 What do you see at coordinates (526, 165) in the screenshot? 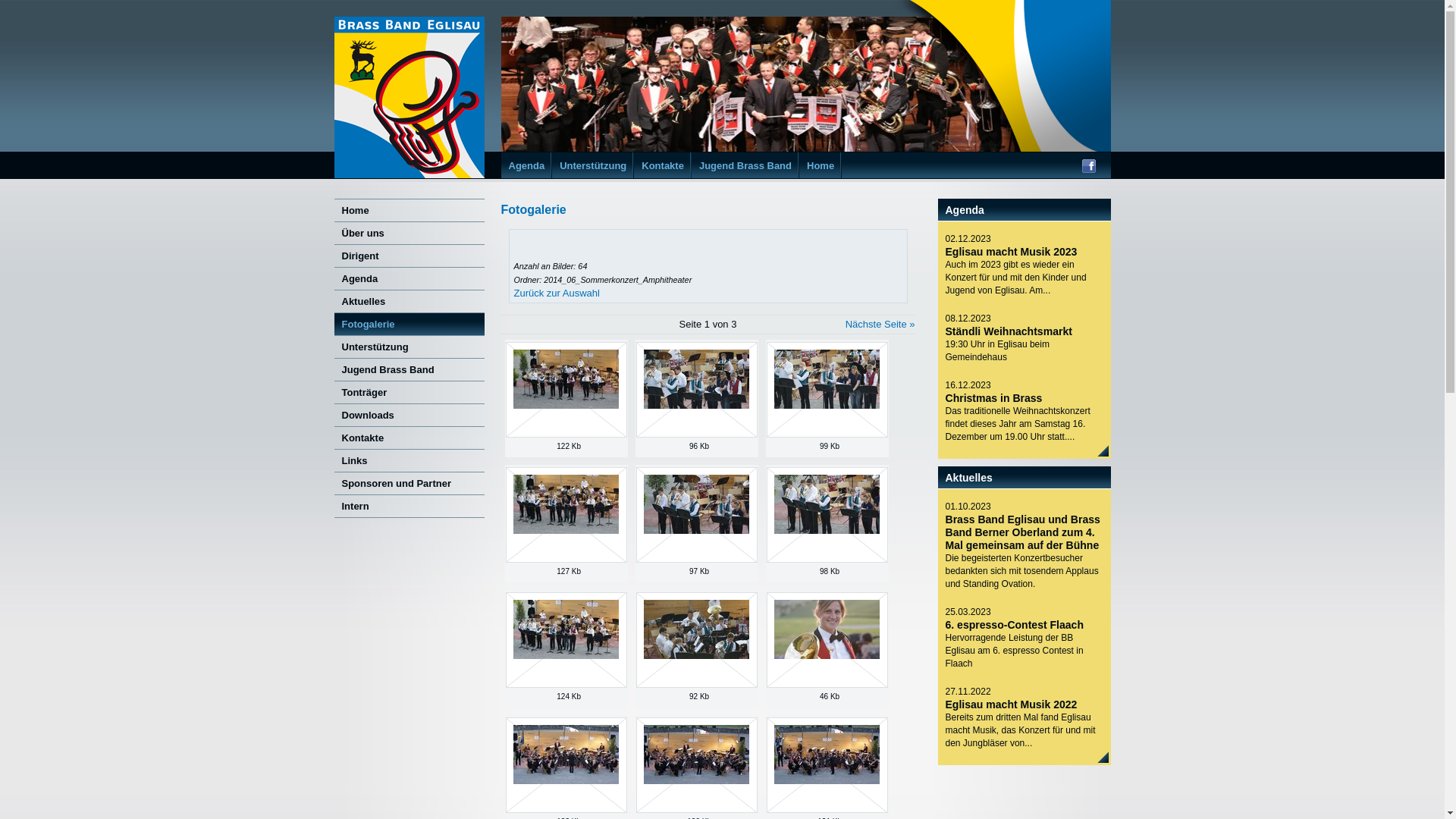
I see `'Agenda'` at bounding box center [526, 165].